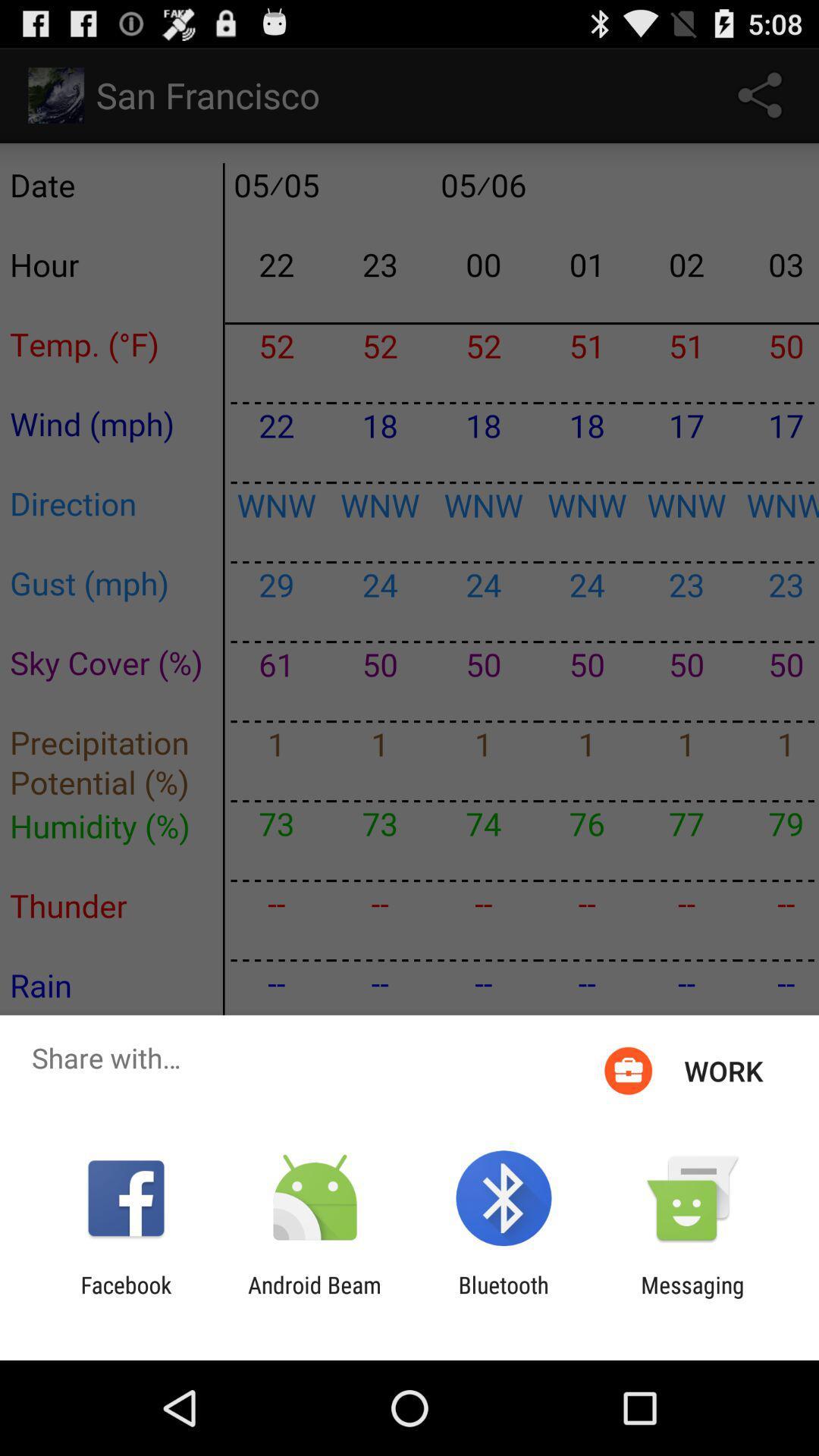 The width and height of the screenshot is (819, 1456). Describe the element at coordinates (314, 1298) in the screenshot. I see `the item next to facebook item` at that location.